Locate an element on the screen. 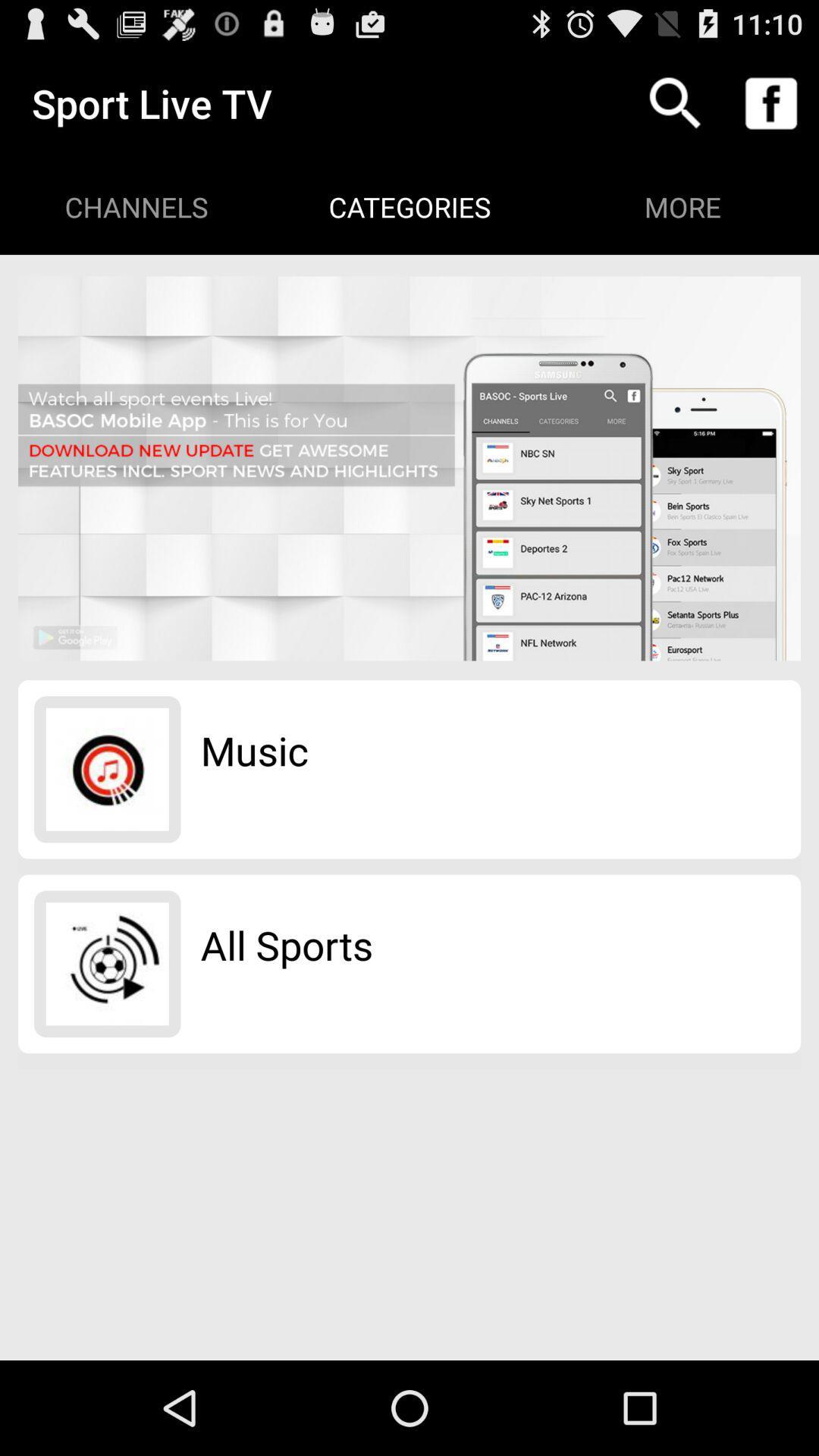 The image size is (819, 1456). the app above all sports item is located at coordinates (253, 750).